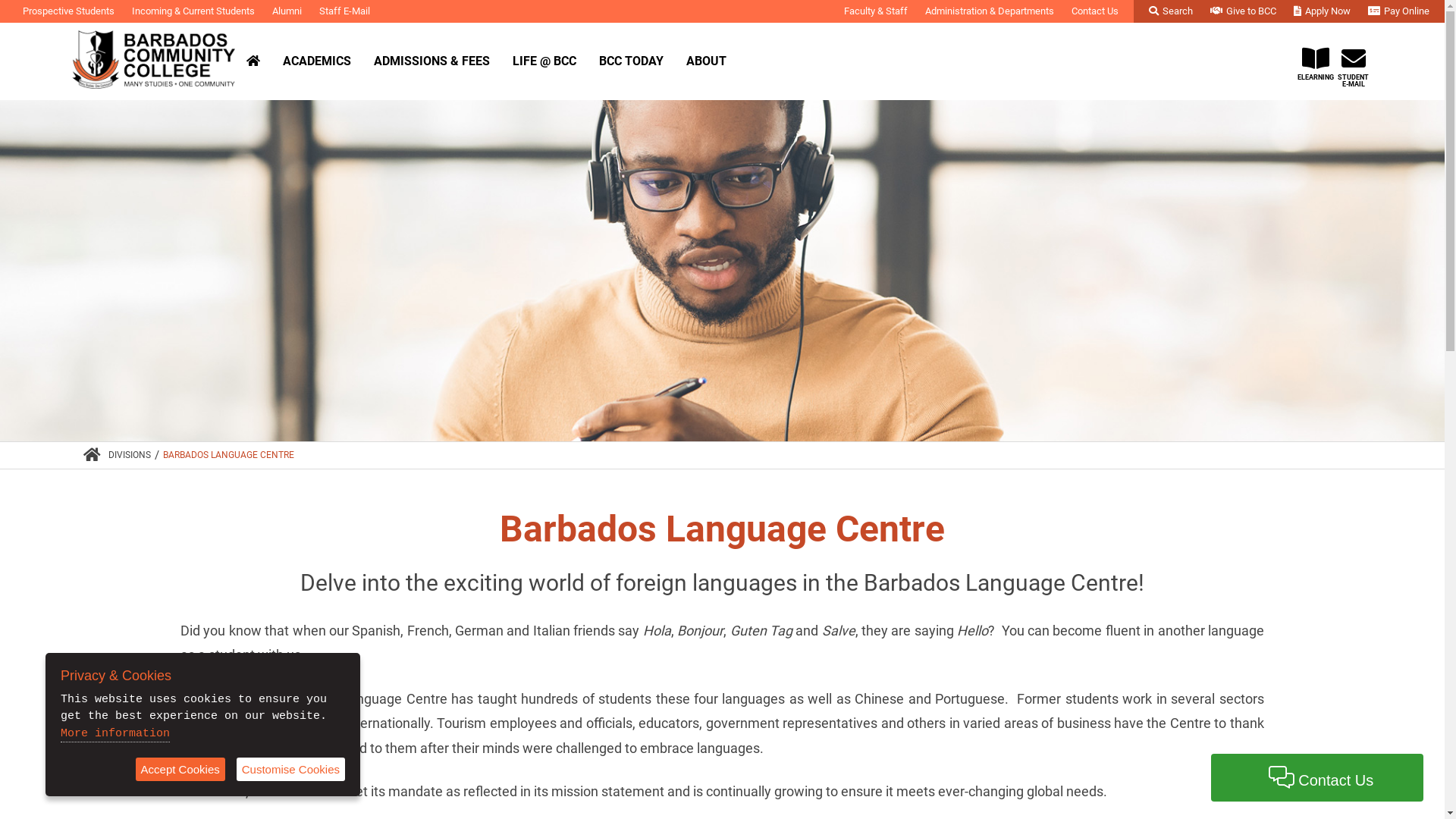 The image size is (1456, 819). What do you see at coordinates (1354, 58) in the screenshot?
I see `'STUDENT E-MAIL'` at bounding box center [1354, 58].